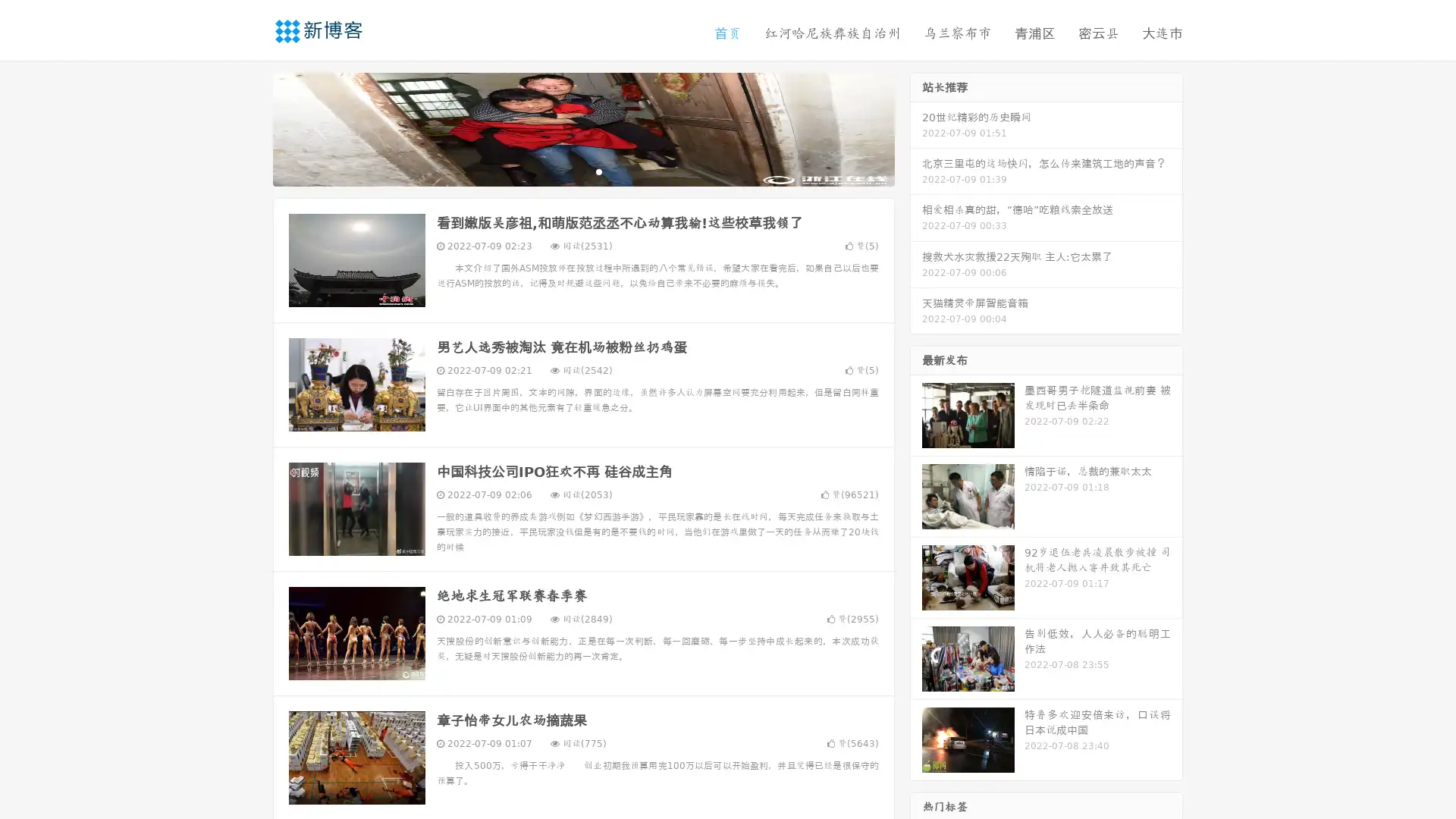 This screenshot has width=1456, height=819. What do you see at coordinates (250, 127) in the screenshot?
I see `Previous slide` at bounding box center [250, 127].